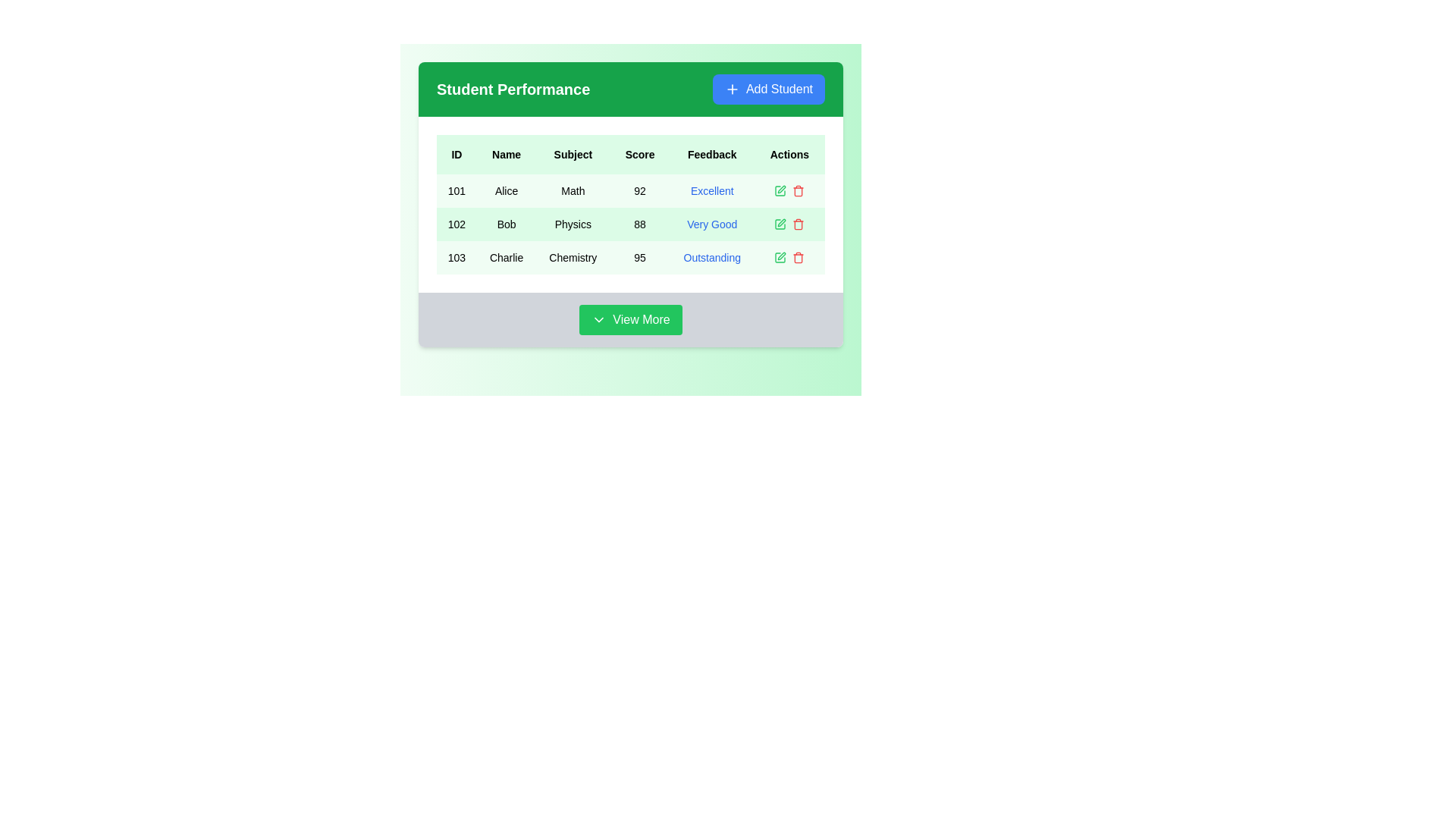 The height and width of the screenshot is (819, 1456). I want to click on the Text label in the third column of the row corresponding to ID '103' and Name 'Charlie' under the 'Subject' header, so click(572, 256).